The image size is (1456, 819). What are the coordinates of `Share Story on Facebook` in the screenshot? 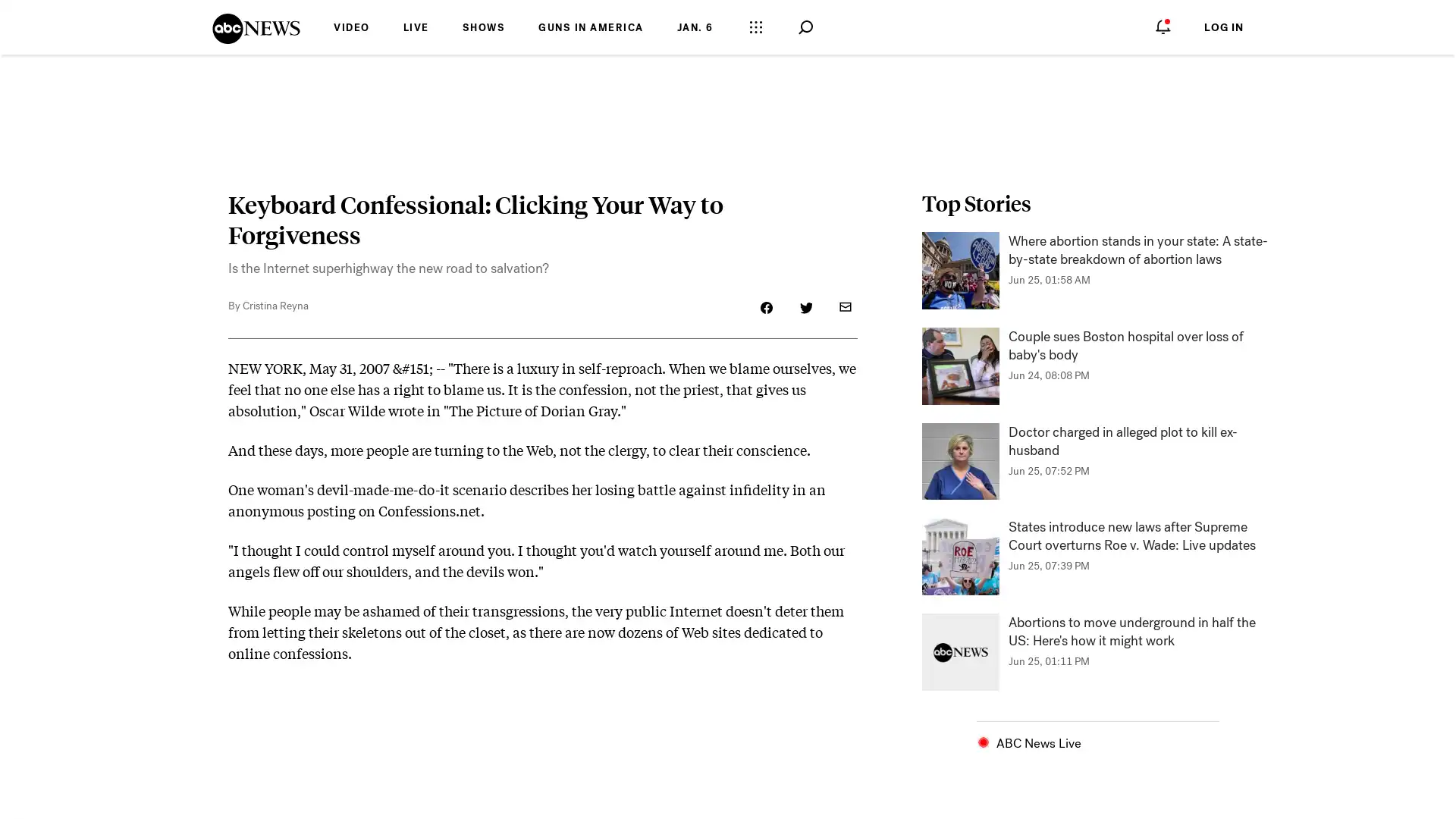 It's located at (767, 307).